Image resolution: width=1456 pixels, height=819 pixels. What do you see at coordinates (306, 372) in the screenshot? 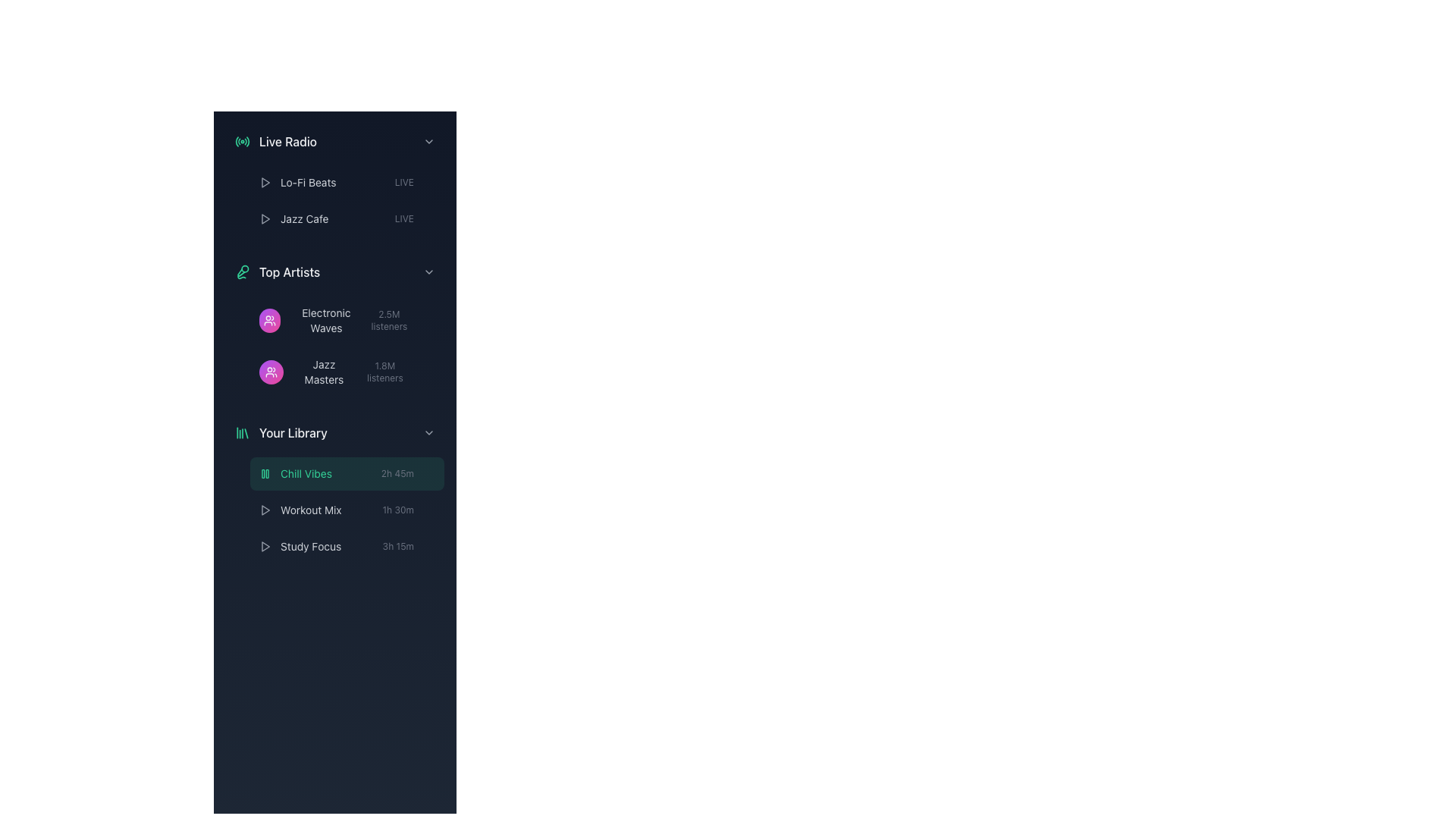
I see `the text label displaying 'Jazz Masters' located in the 'Top Artists' section of the left sidebar menu, which is styled with a smaller font size and light gray color, positioned next to a circular gradient icon` at bounding box center [306, 372].